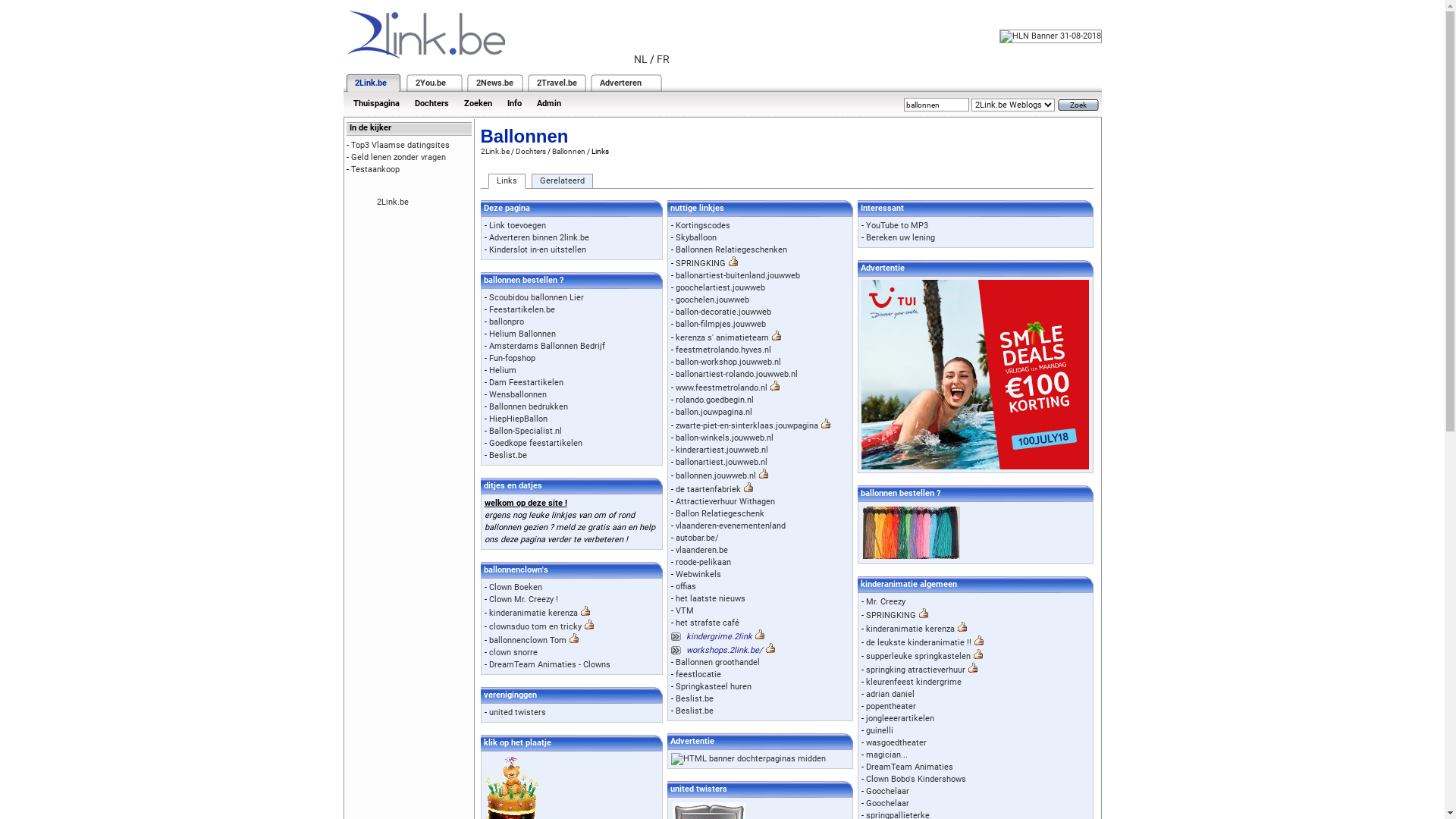 The image size is (1456, 819). Describe the element at coordinates (531, 180) in the screenshot. I see `'Gerelateerd'` at that location.